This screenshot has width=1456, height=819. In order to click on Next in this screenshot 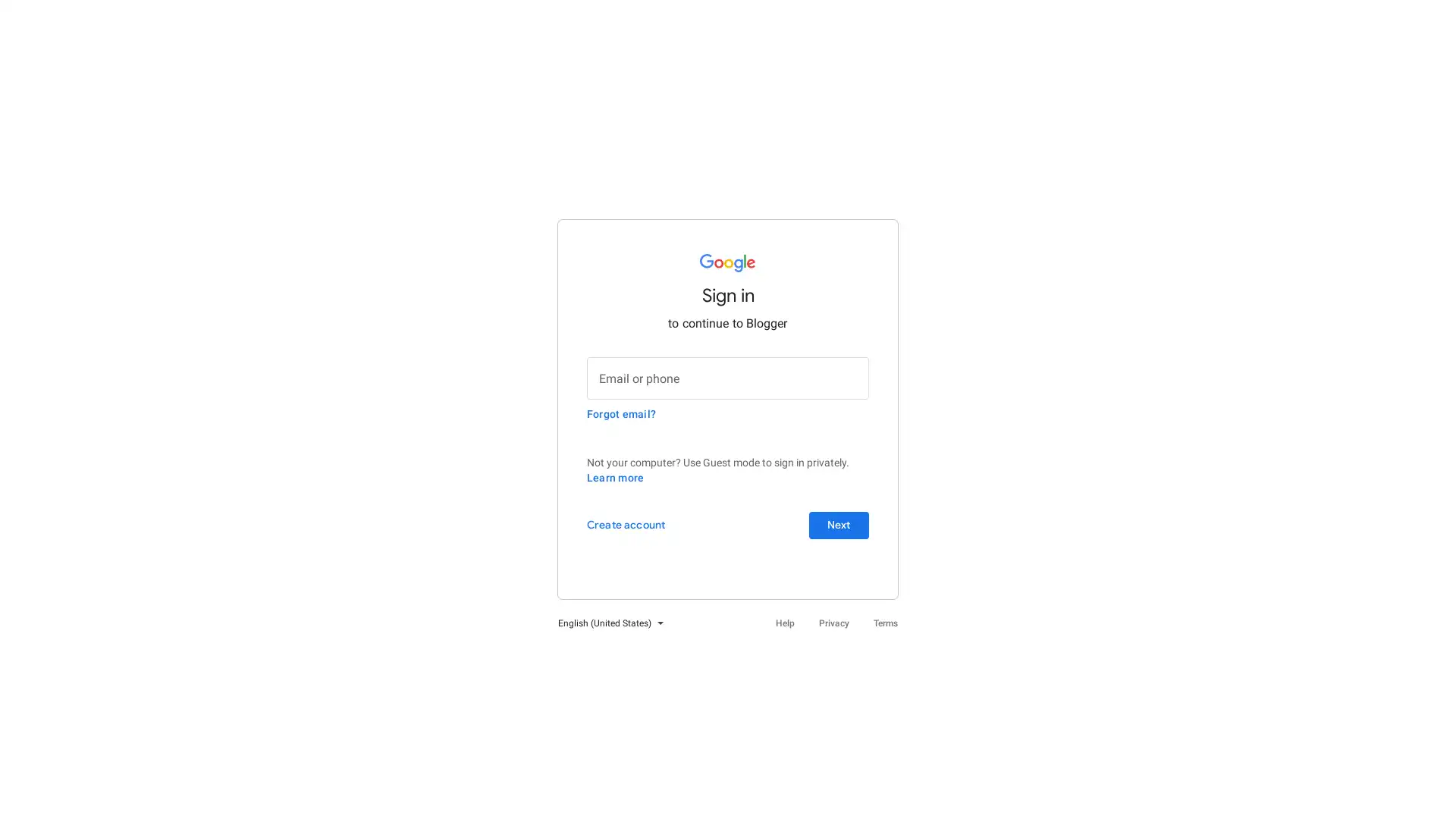, I will do `click(836, 526)`.